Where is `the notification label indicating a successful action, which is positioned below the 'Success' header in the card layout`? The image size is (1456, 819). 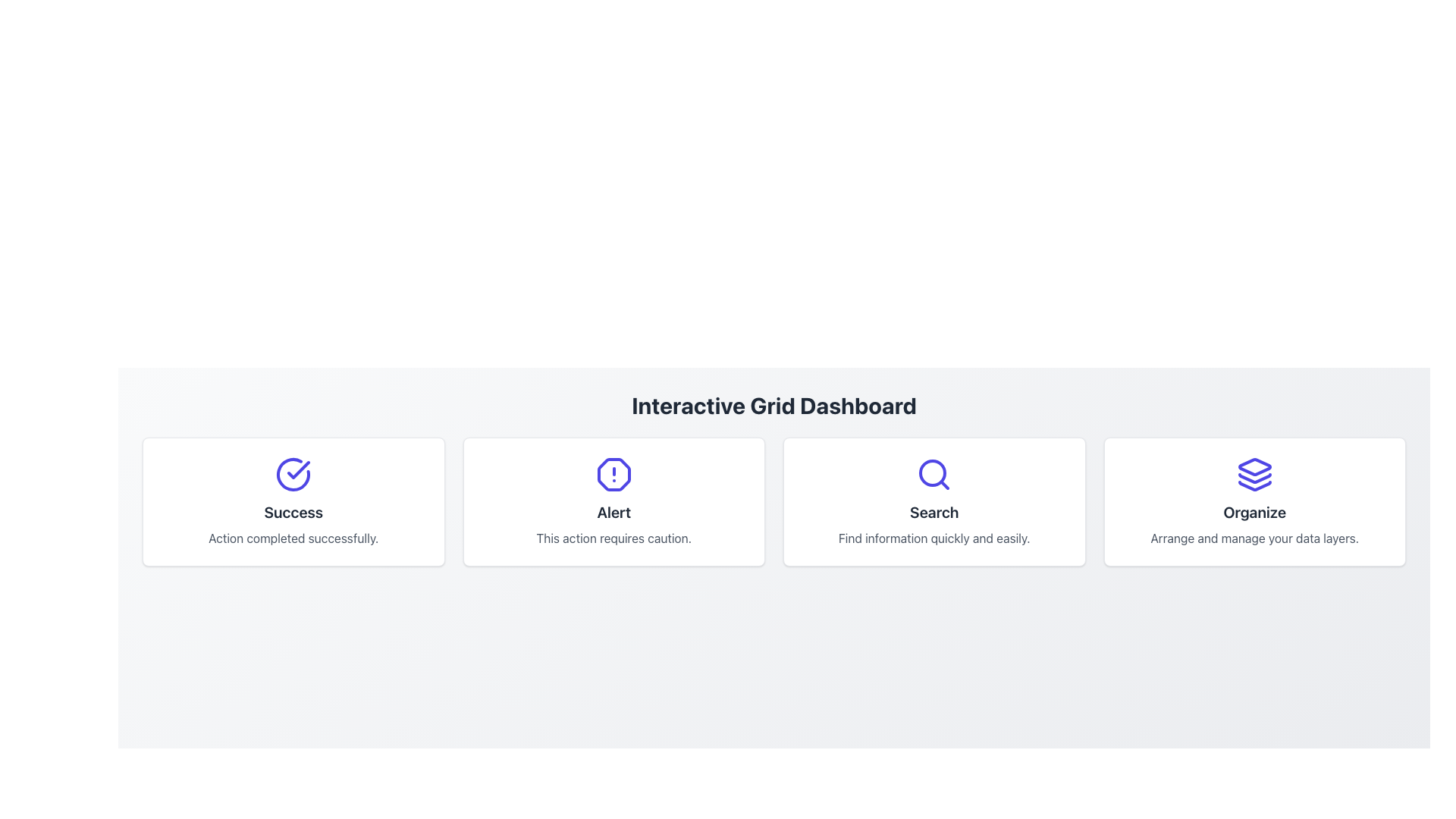
the notification label indicating a successful action, which is positioned below the 'Success' header in the card layout is located at coordinates (293, 537).